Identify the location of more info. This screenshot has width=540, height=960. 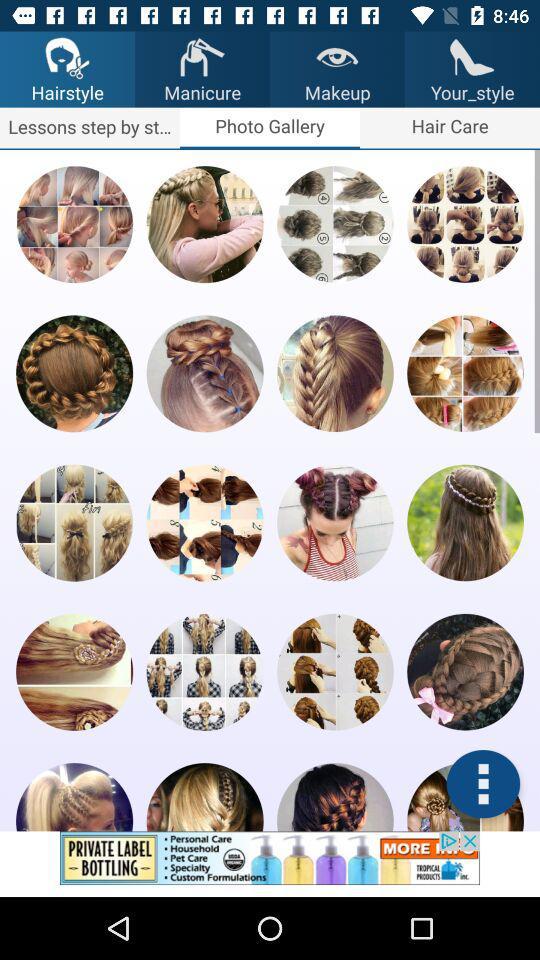
(482, 784).